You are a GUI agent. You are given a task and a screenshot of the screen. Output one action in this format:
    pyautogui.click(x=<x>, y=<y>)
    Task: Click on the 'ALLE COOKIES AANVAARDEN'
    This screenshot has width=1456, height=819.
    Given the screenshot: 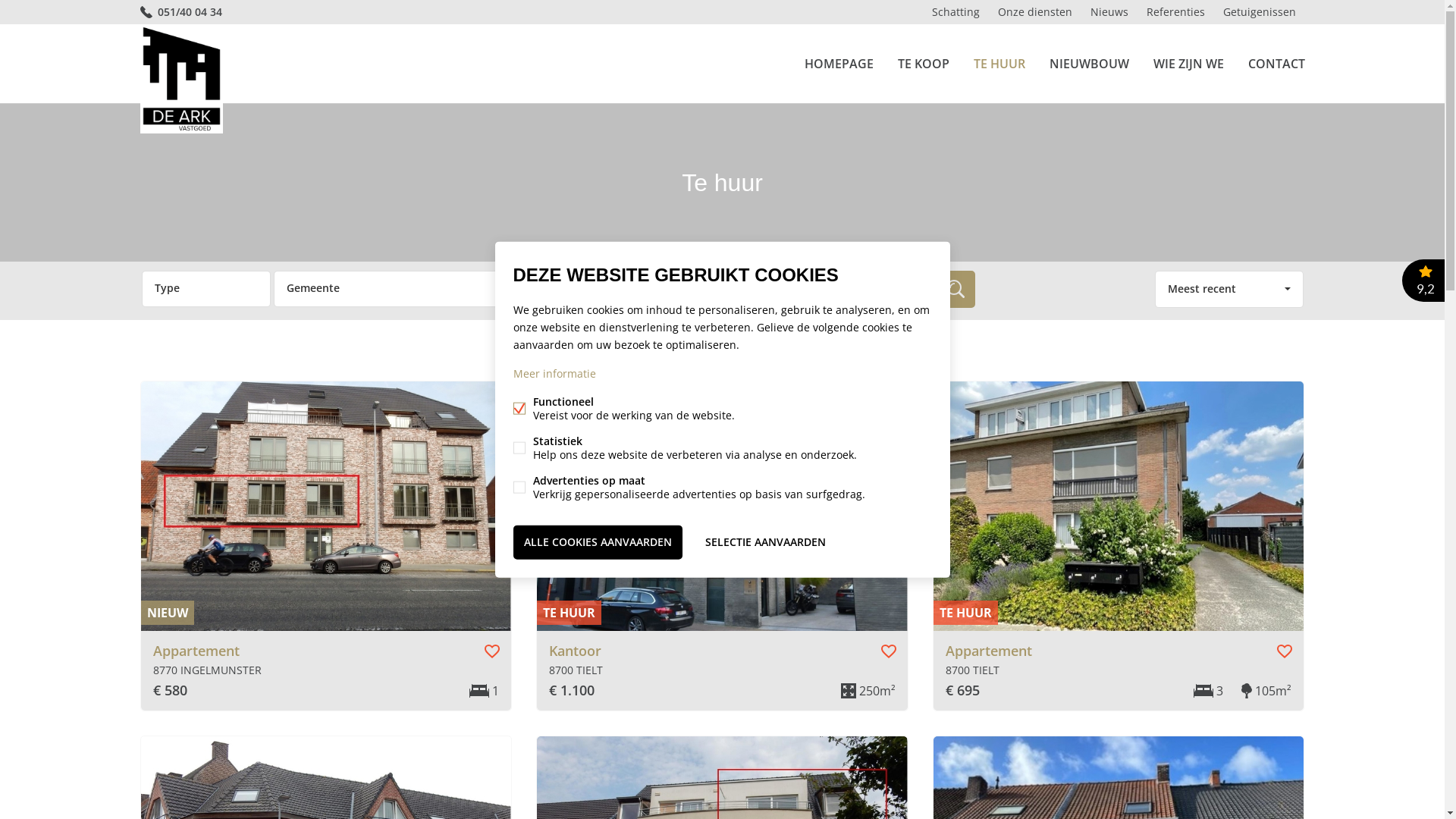 What is the action you would take?
    pyautogui.click(x=513, y=541)
    